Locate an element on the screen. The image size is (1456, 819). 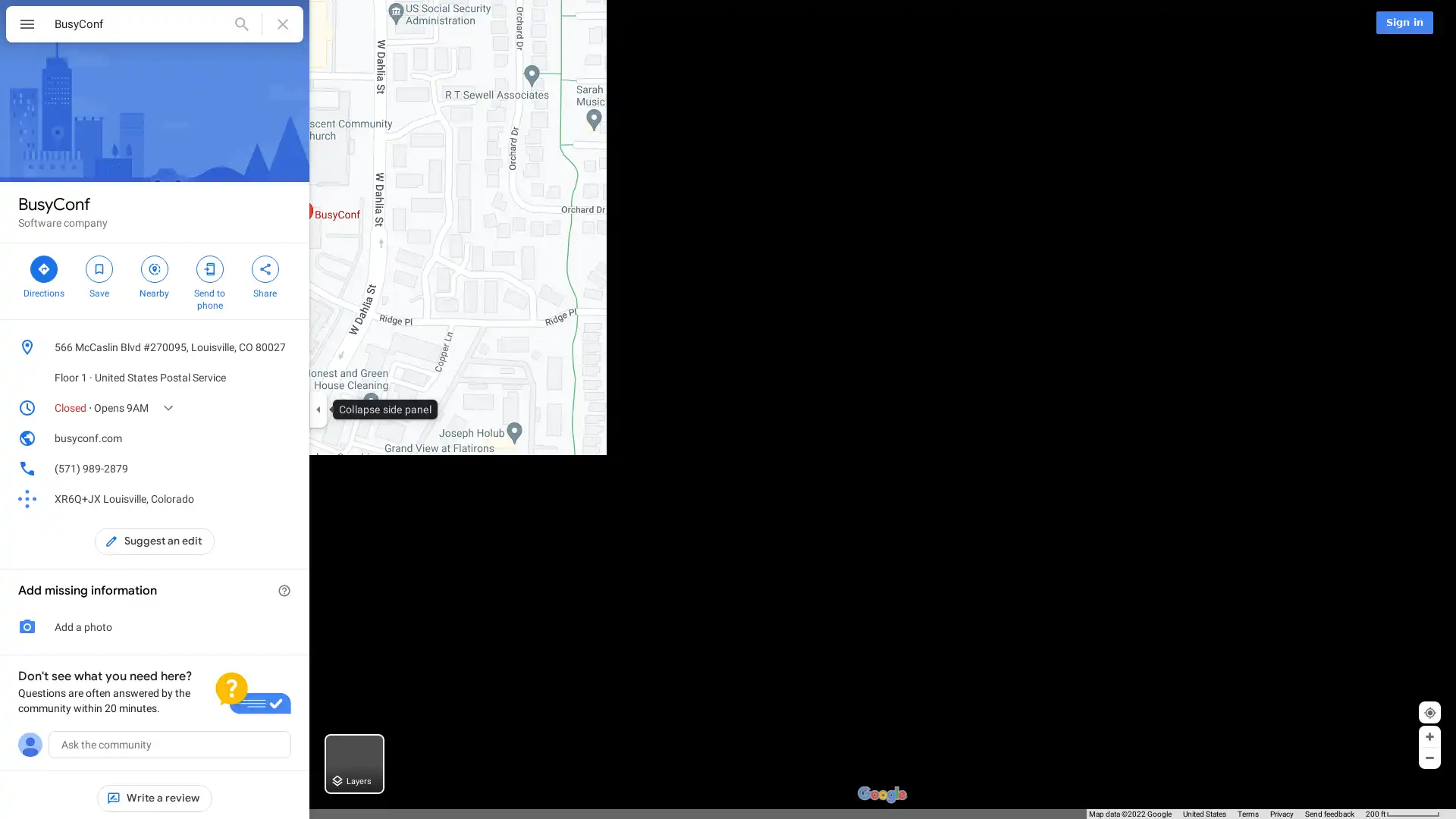
Software company is located at coordinates (61, 222).